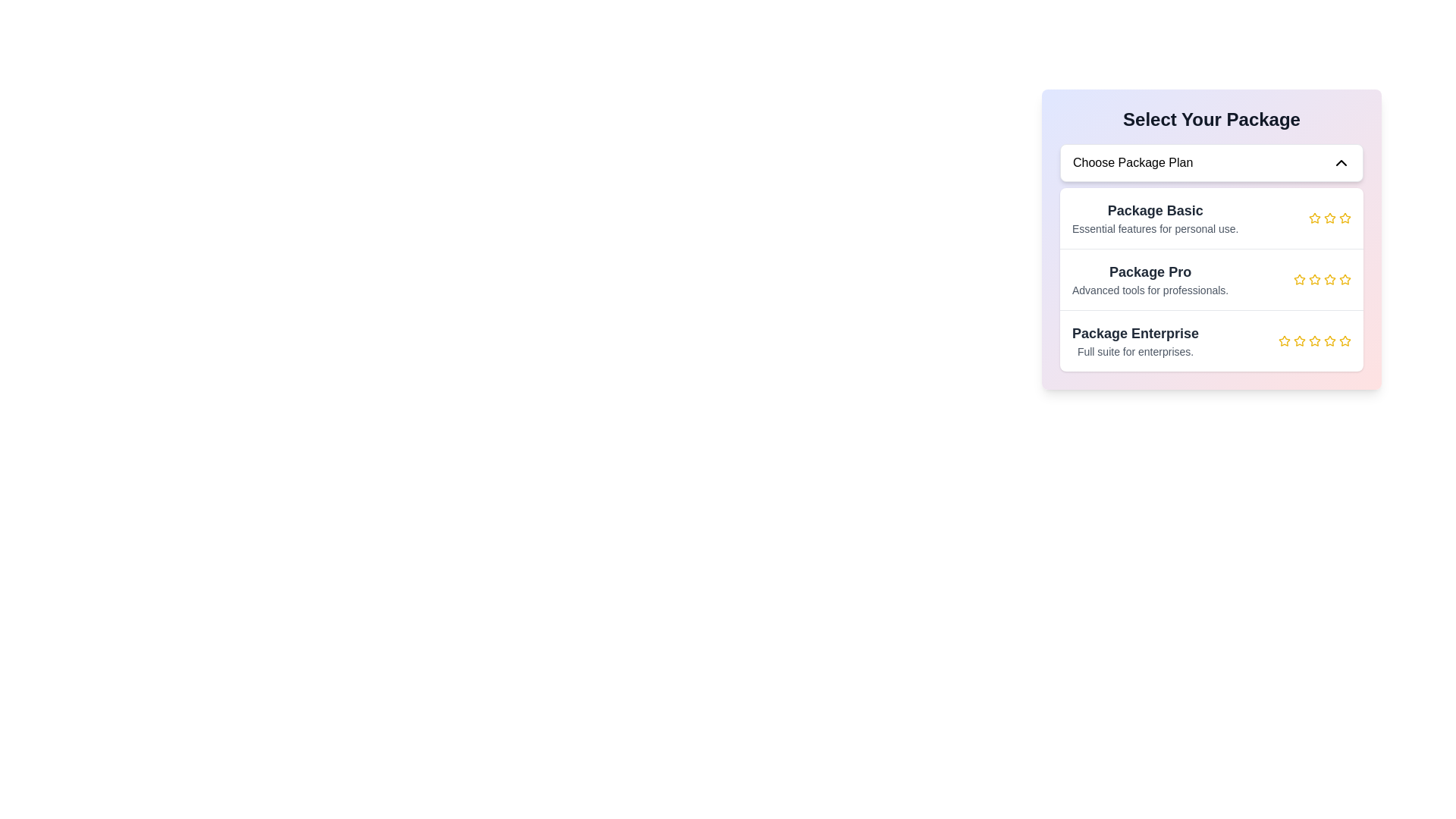  I want to click on the fifth yellow star icon representing the rating for the 'Package Basic' plan in the 'Select Your Package' section to rate it, so click(1345, 218).